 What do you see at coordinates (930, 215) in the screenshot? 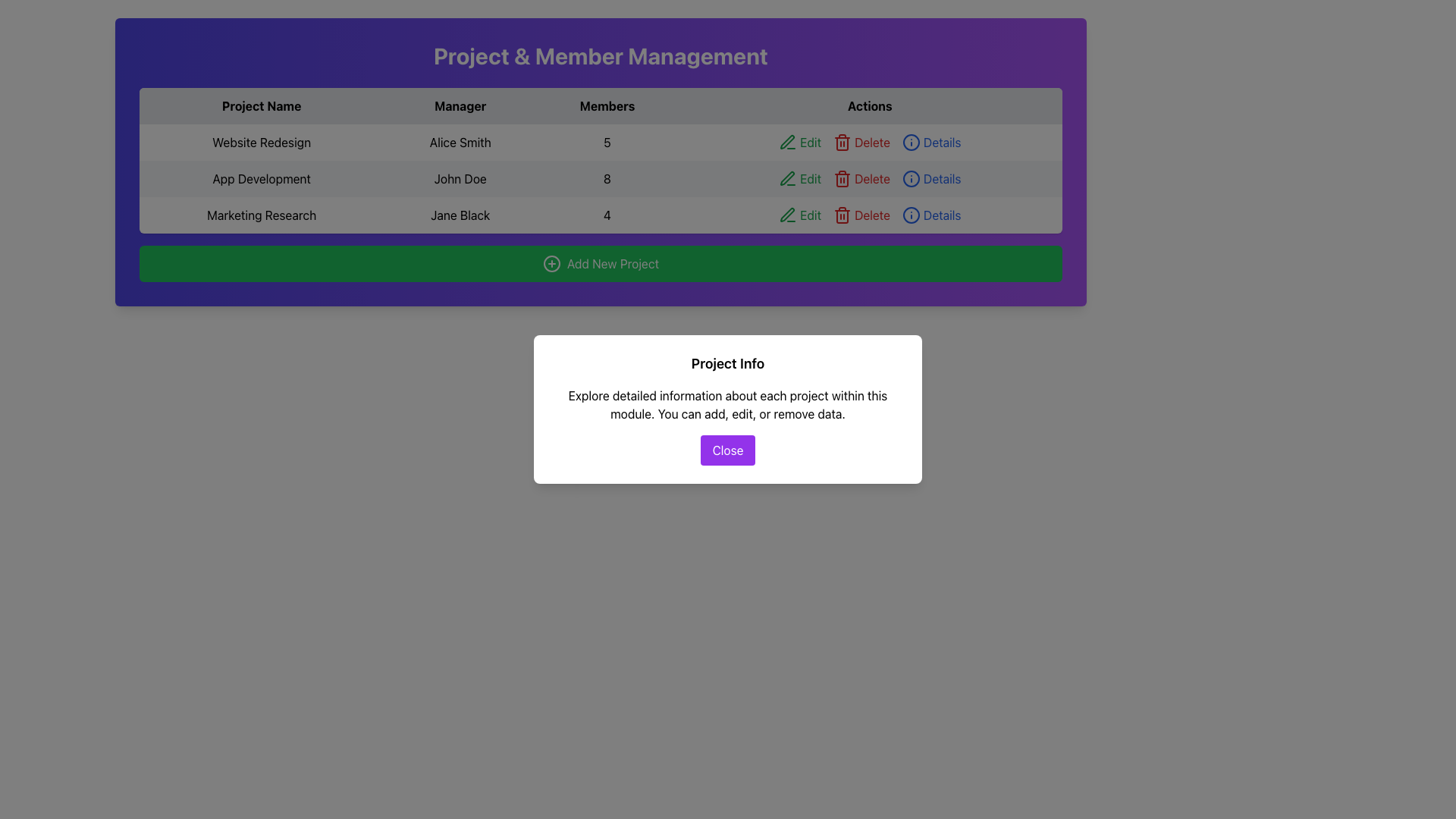
I see `the blue text link labeled 'Details' with an adjacent information icon located in the 'Actions' column of the 'Marketing Research' row` at bounding box center [930, 215].